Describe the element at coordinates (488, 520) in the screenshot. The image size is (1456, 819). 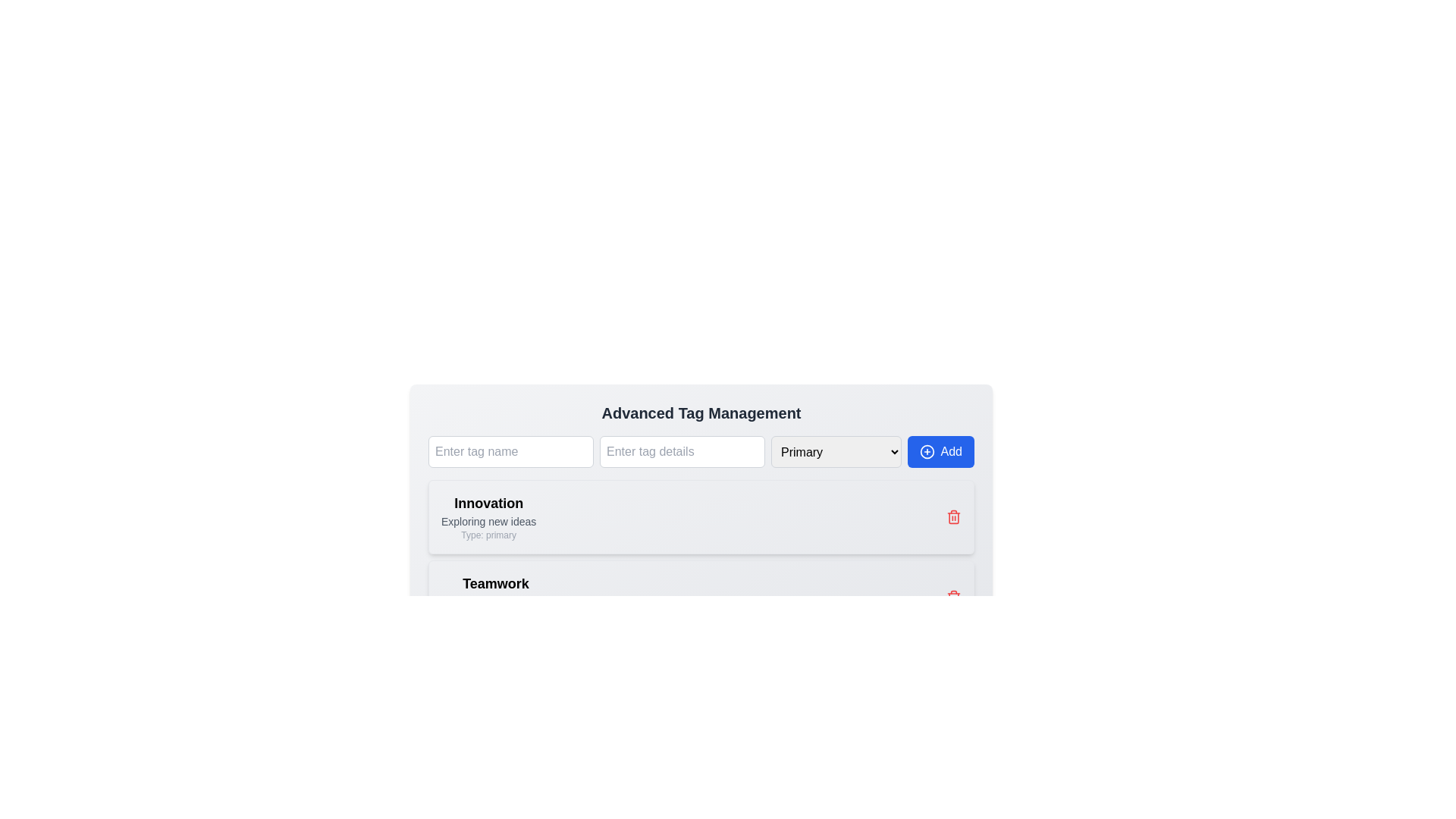
I see `the text label that reads 'Exploring new ideas', which is styled with a small font size and gray color, located below the heading 'Innovation' and above the text 'Type: primary'` at that location.